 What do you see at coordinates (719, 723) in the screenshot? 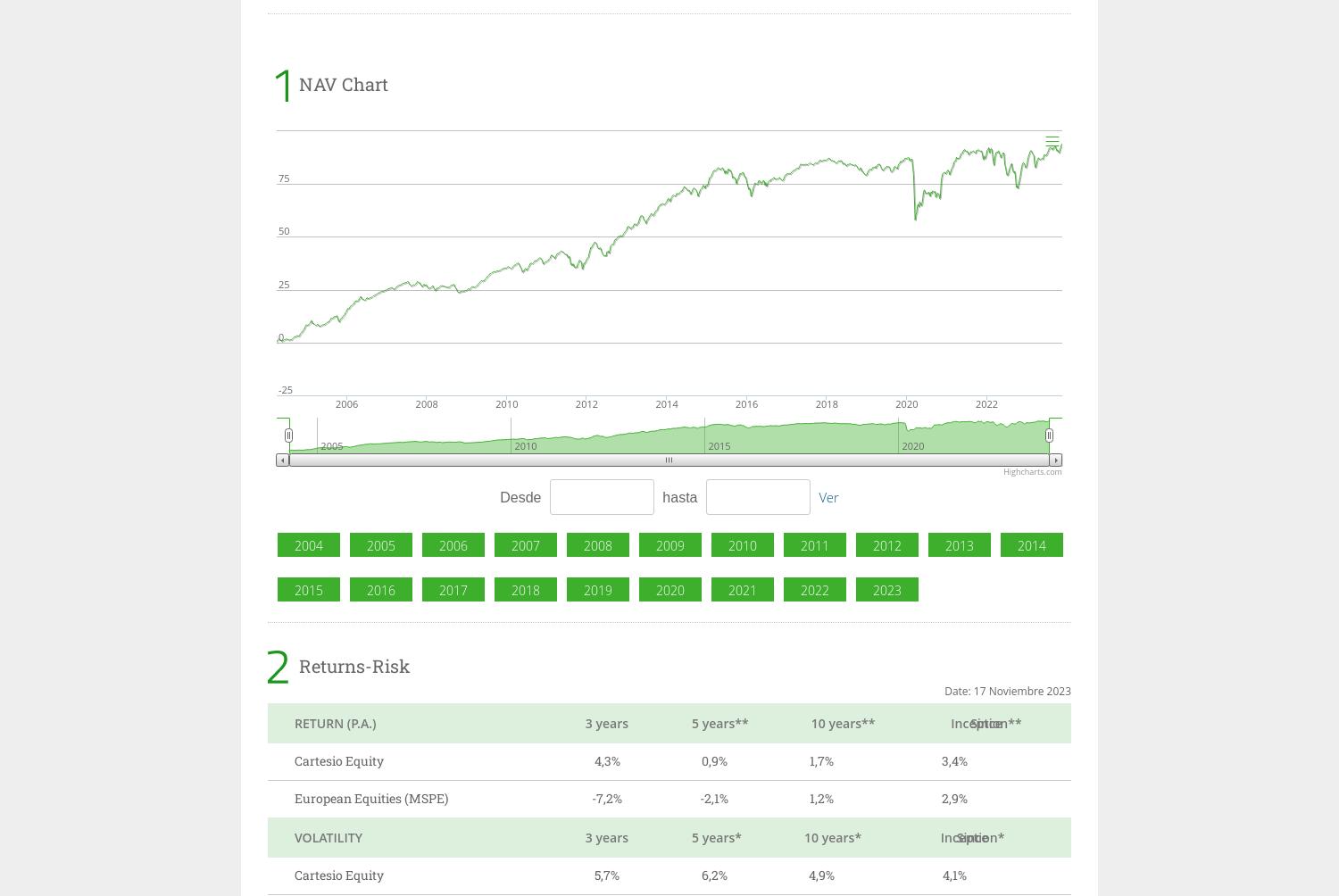
I see `'5 years**'` at bounding box center [719, 723].